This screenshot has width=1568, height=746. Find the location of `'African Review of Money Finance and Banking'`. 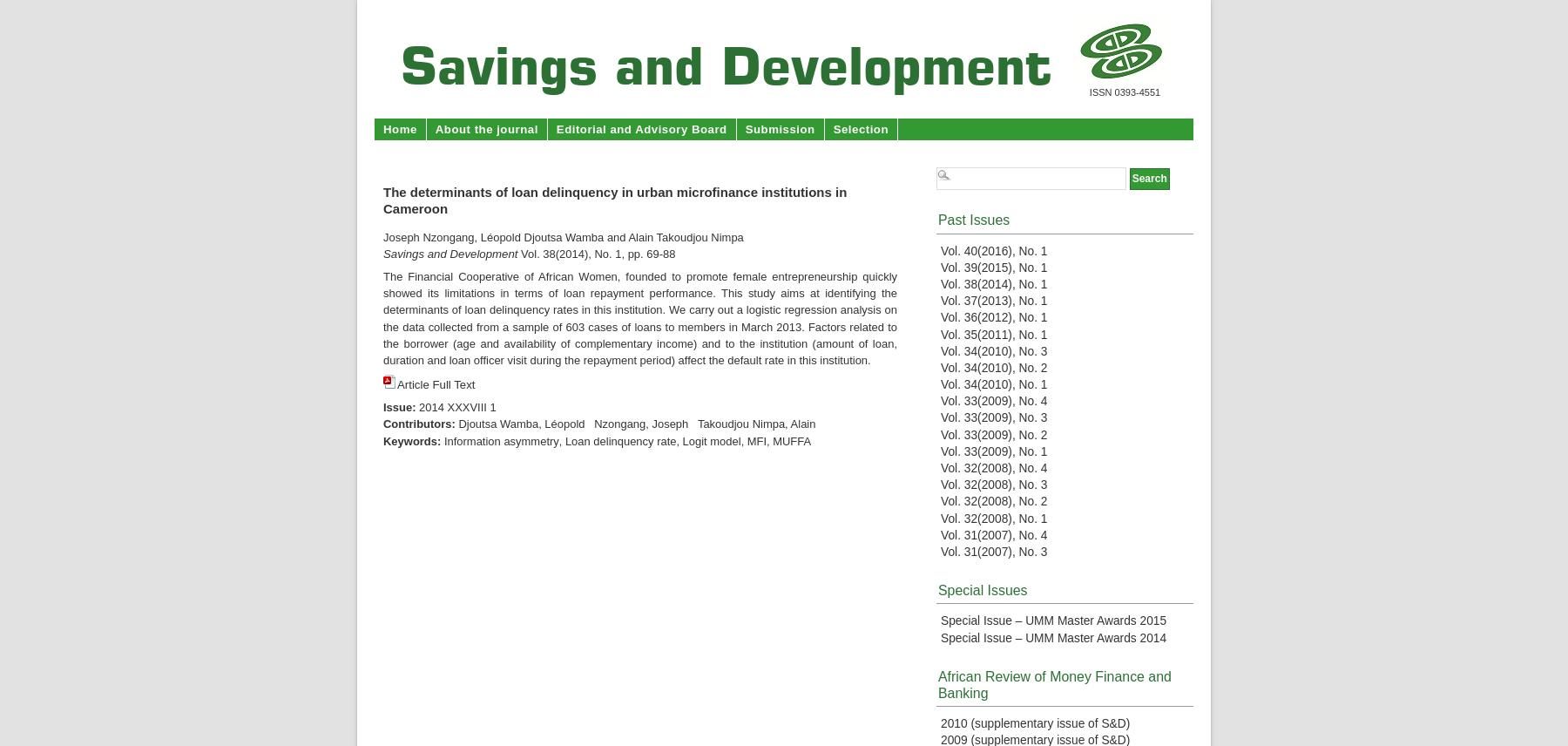

'African Review of Money Finance and Banking' is located at coordinates (1053, 684).